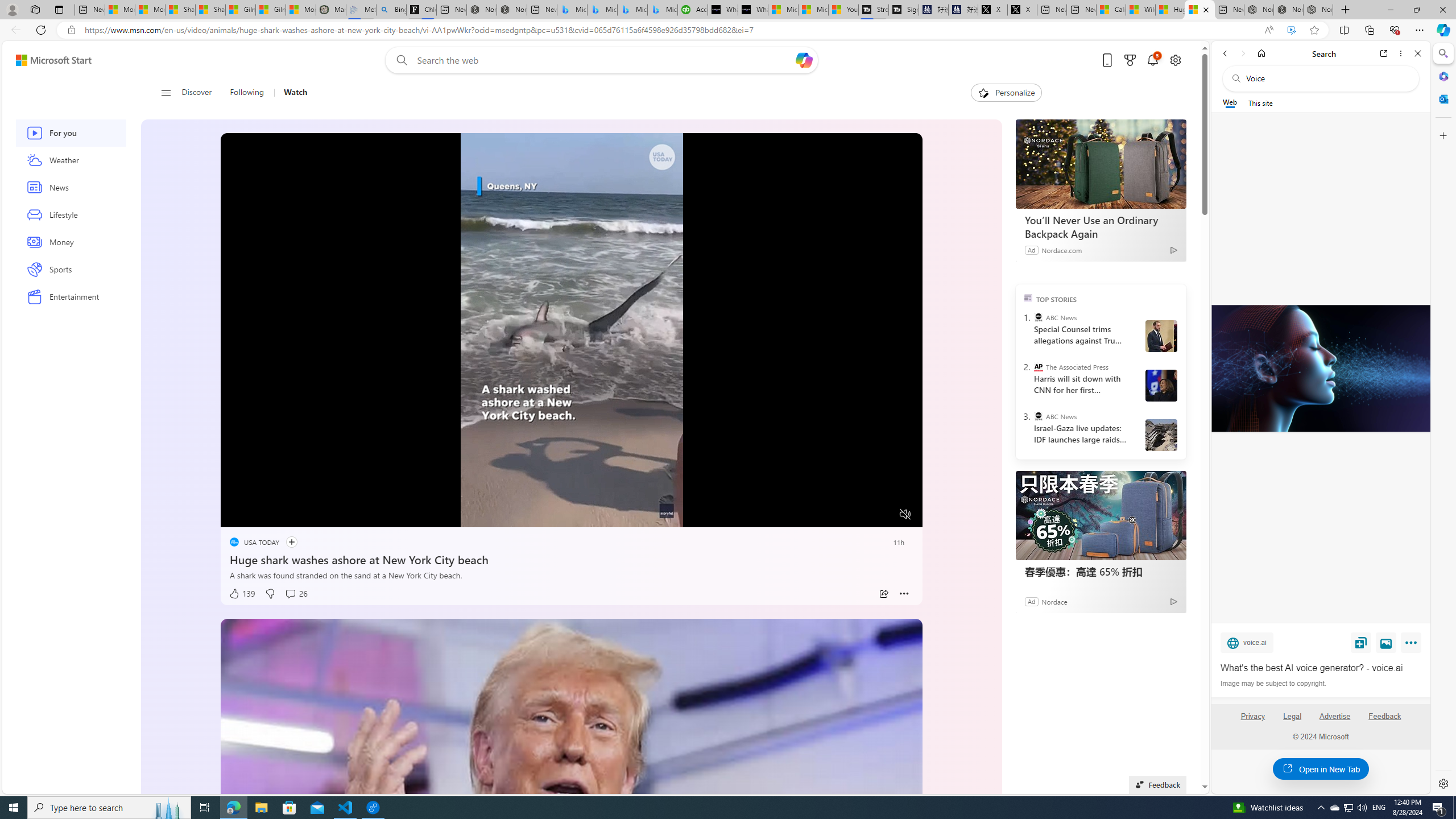 Image resolution: width=1456 pixels, height=819 pixels. I want to click on 'Advertise', so click(1335, 716).